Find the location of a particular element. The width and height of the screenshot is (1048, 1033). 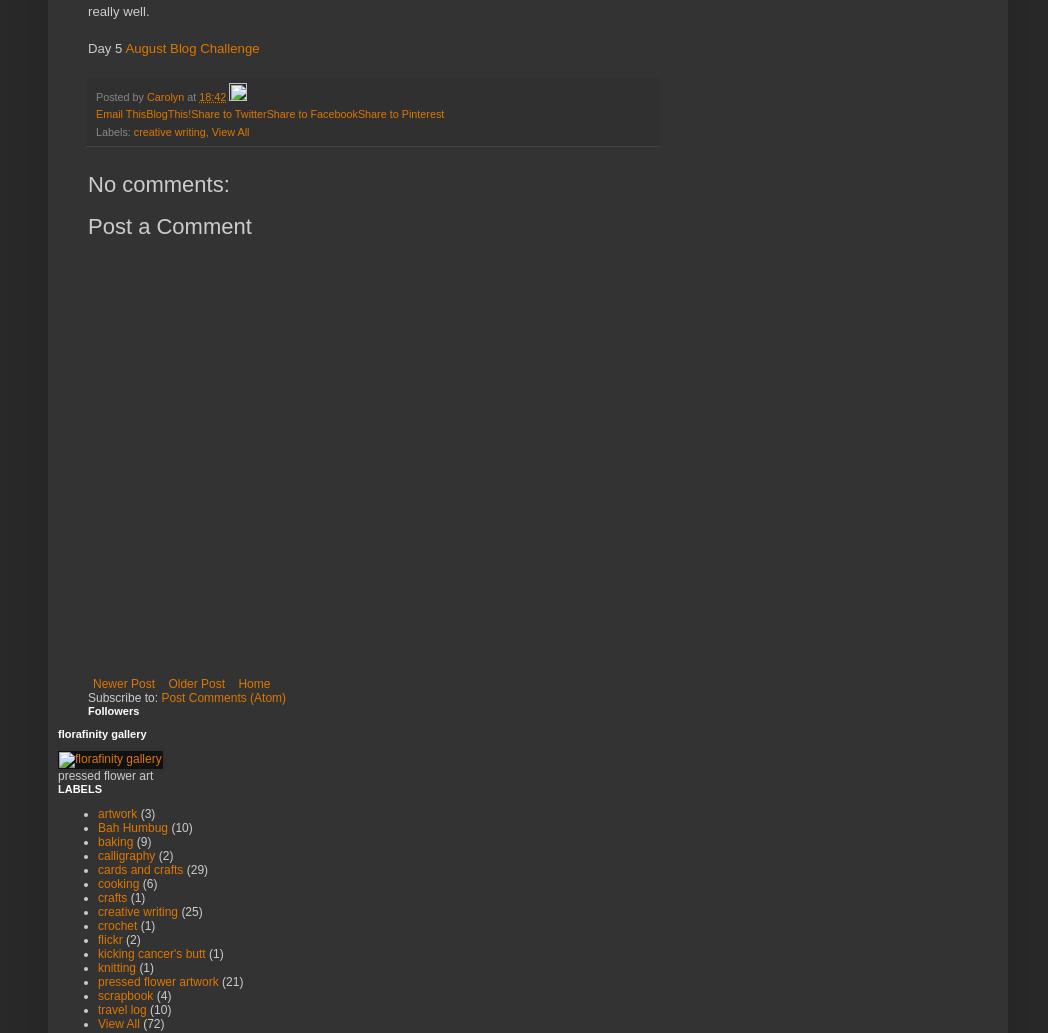

'at' is located at coordinates (192, 96).